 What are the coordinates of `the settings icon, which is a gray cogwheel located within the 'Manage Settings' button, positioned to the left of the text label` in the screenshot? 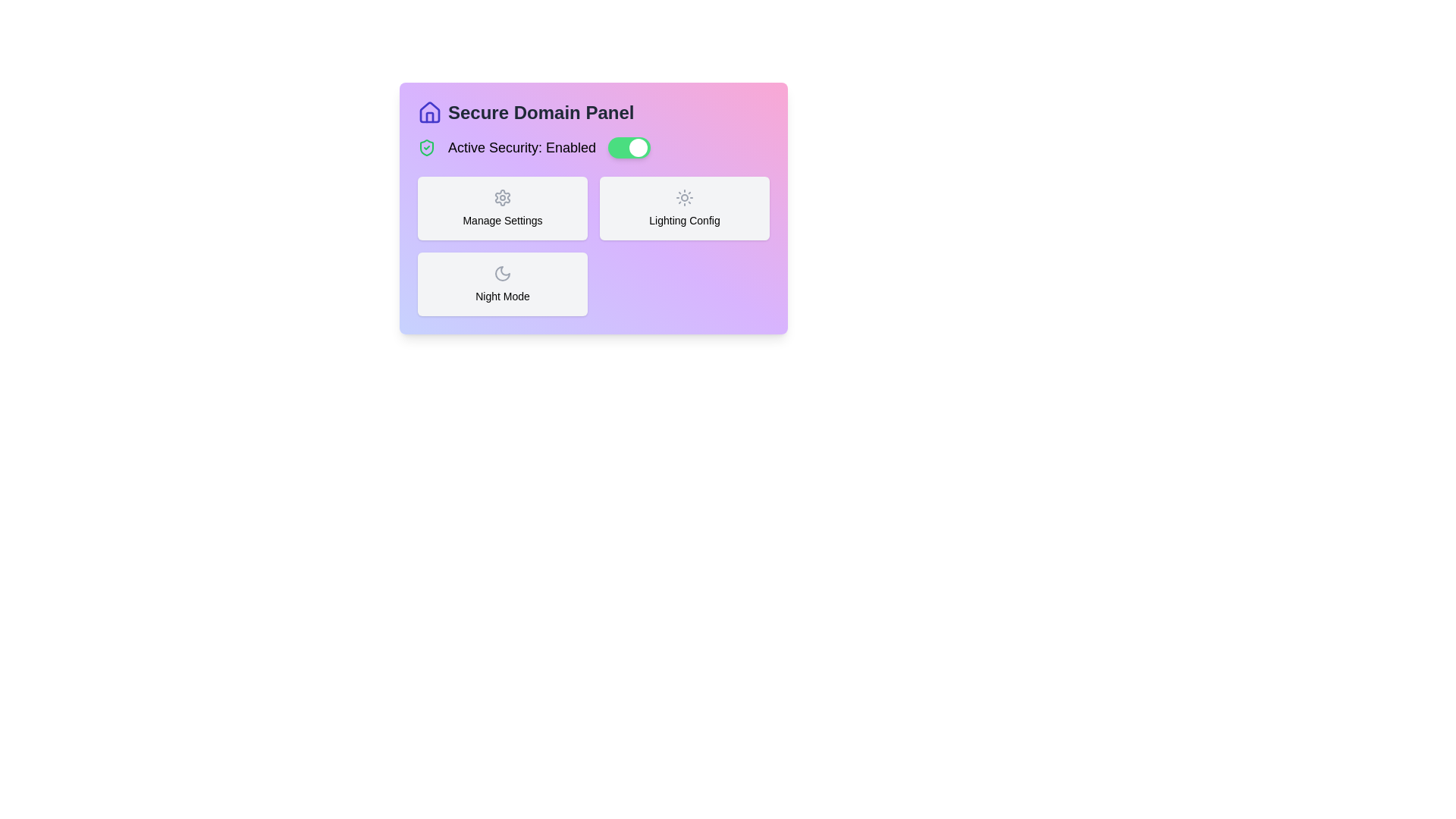 It's located at (502, 197).